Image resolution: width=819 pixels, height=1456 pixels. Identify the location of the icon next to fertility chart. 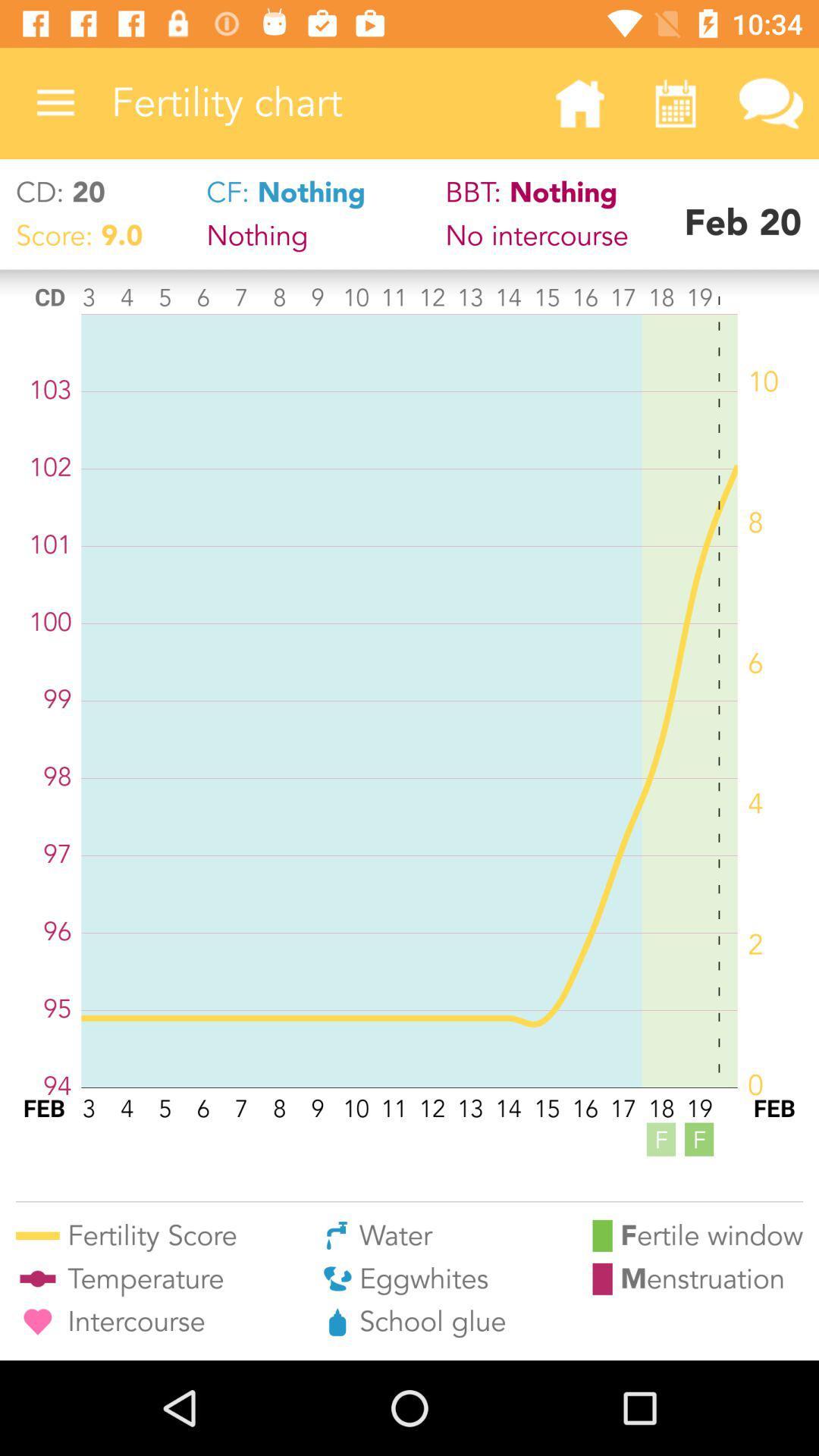
(579, 102).